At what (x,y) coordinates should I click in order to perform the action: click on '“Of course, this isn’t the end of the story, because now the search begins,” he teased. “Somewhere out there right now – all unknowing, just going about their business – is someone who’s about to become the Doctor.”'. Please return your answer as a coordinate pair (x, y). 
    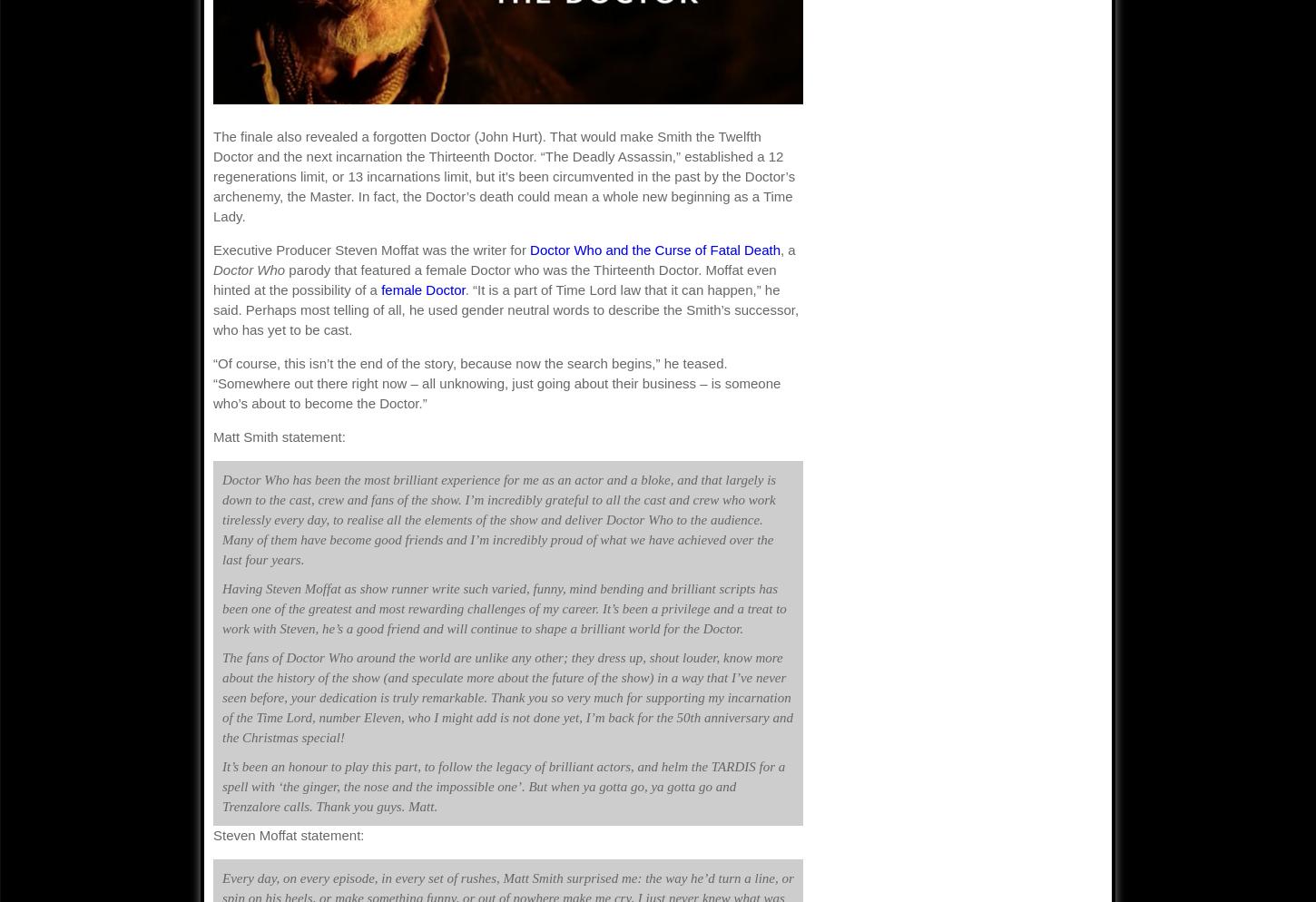
    Looking at the image, I should click on (496, 382).